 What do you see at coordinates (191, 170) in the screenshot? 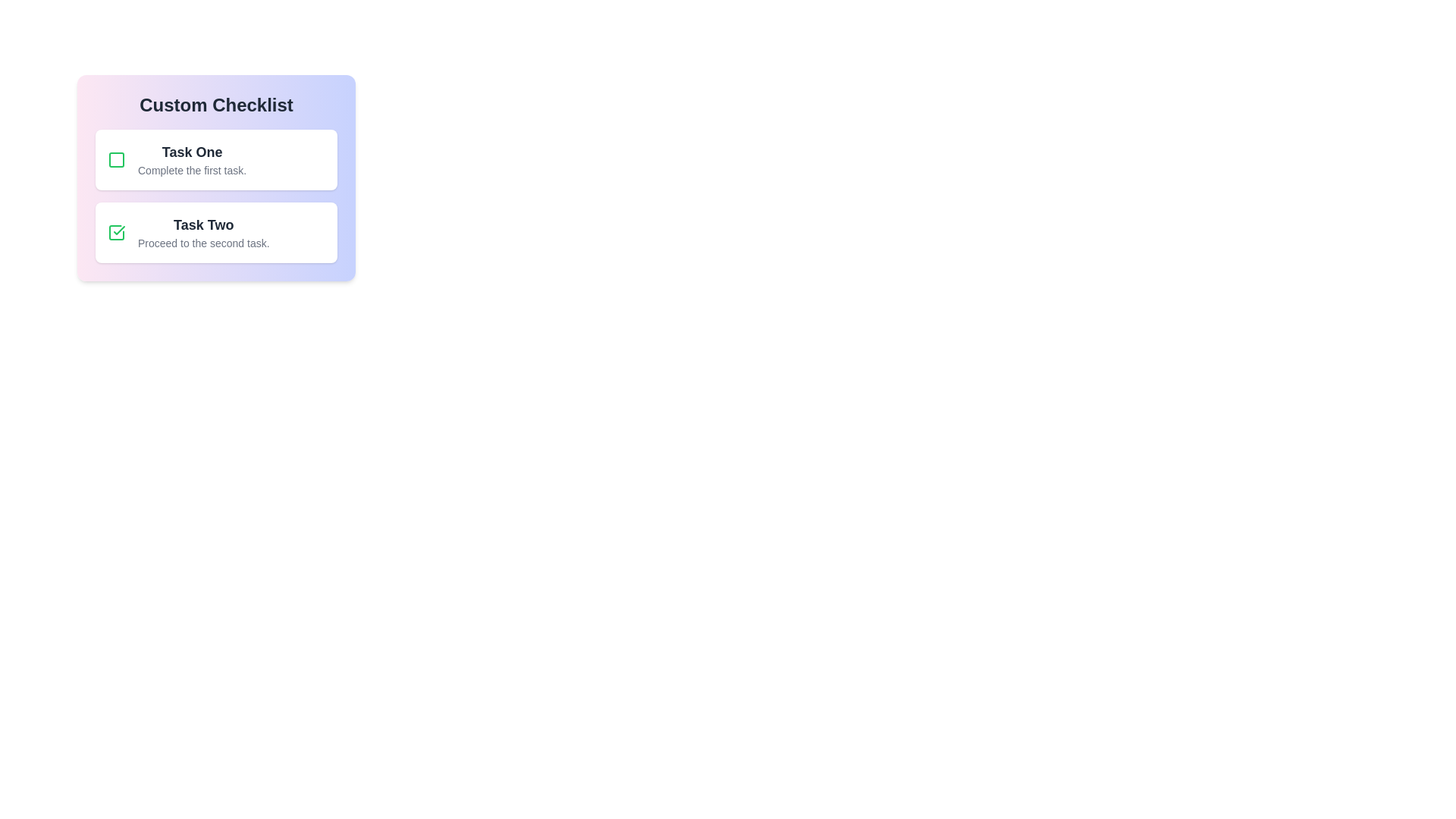
I see `descriptive text element located below the 'Task One' label in the checklist, which provides additional instructions or context` at bounding box center [191, 170].